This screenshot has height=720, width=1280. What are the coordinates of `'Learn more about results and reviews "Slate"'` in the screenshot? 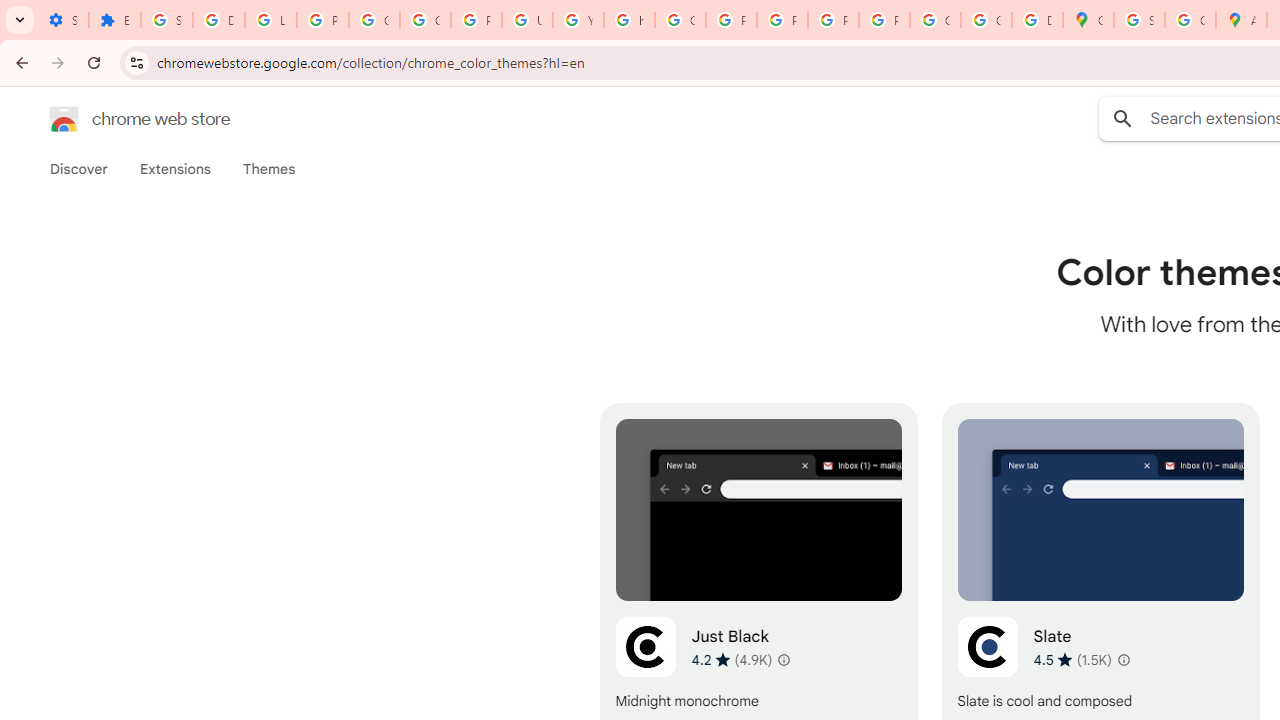 It's located at (1123, 659).